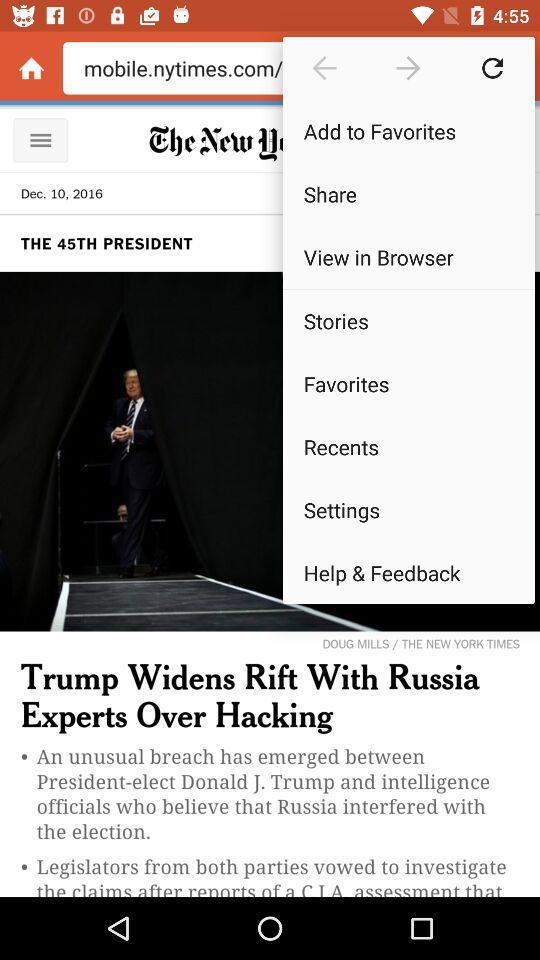 Image resolution: width=540 pixels, height=960 pixels. I want to click on the add to favorites, so click(407, 130).